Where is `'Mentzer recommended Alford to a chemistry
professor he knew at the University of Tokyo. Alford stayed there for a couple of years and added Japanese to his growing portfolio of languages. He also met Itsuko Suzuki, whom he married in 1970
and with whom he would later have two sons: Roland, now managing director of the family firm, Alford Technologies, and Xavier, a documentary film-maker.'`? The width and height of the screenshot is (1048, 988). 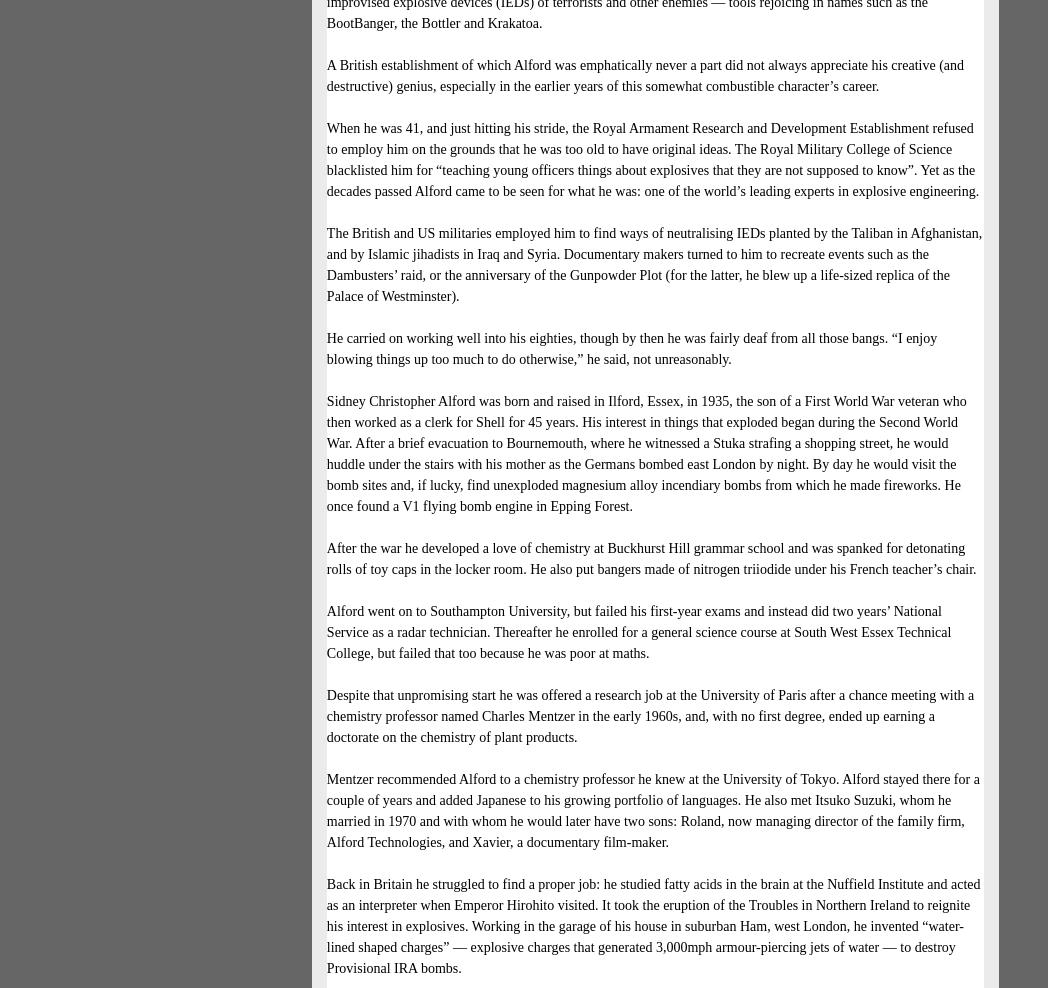 'Mentzer recommended Alford to a chemistry
professor he knew at the University of Tokyo. Alford stayed there for a couple of years and added Japanese to his growing portfolio of languages. He also met Itsuko Suzuki, whom he married in 1970
and with whom he would later have two sons: Roland, now managing director of the family firm, Alford Technologies, and Xavier, a documentary film-maker.' is located at coordinates (651, 811).